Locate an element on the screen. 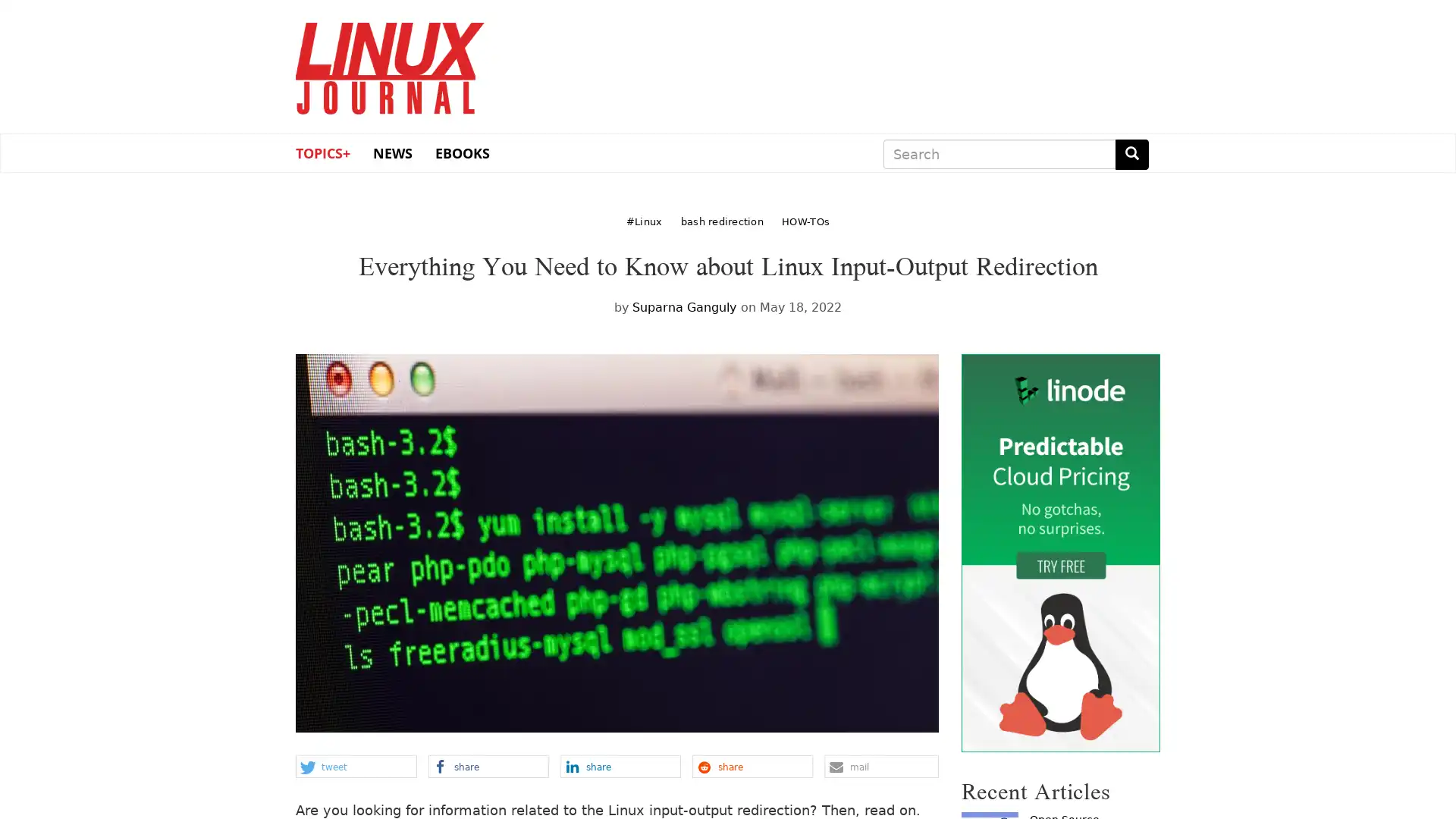 Image resolution: width=1456 pixels, height=819 pixels. Share on Facebook is located at coordinates (488, 766).